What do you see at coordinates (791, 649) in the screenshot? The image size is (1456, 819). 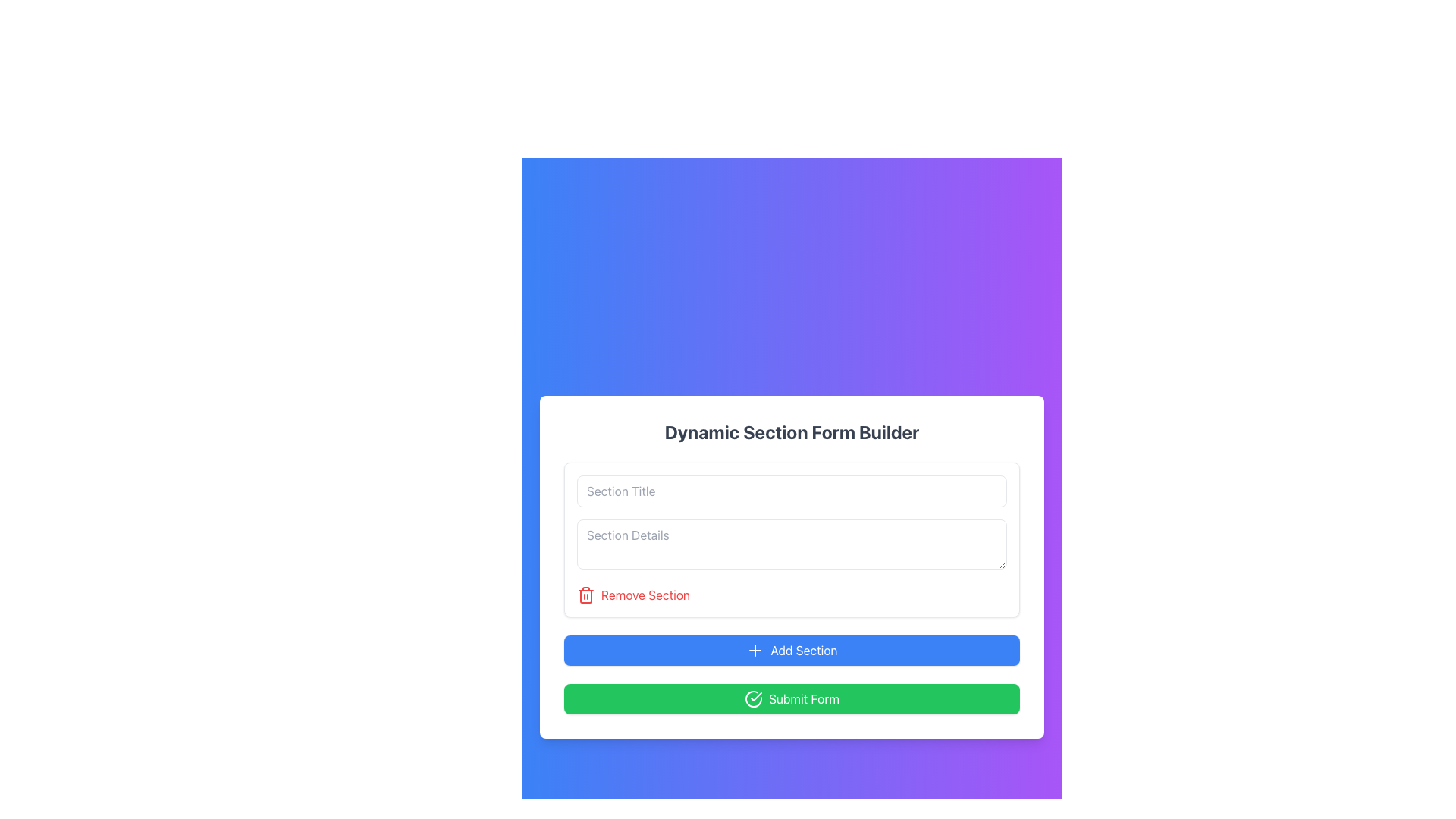 I see `the 'Add Section' button which has a blue background, white text, and a plus icon on the left, to observe styling changes` at bounding box center [791, 649].